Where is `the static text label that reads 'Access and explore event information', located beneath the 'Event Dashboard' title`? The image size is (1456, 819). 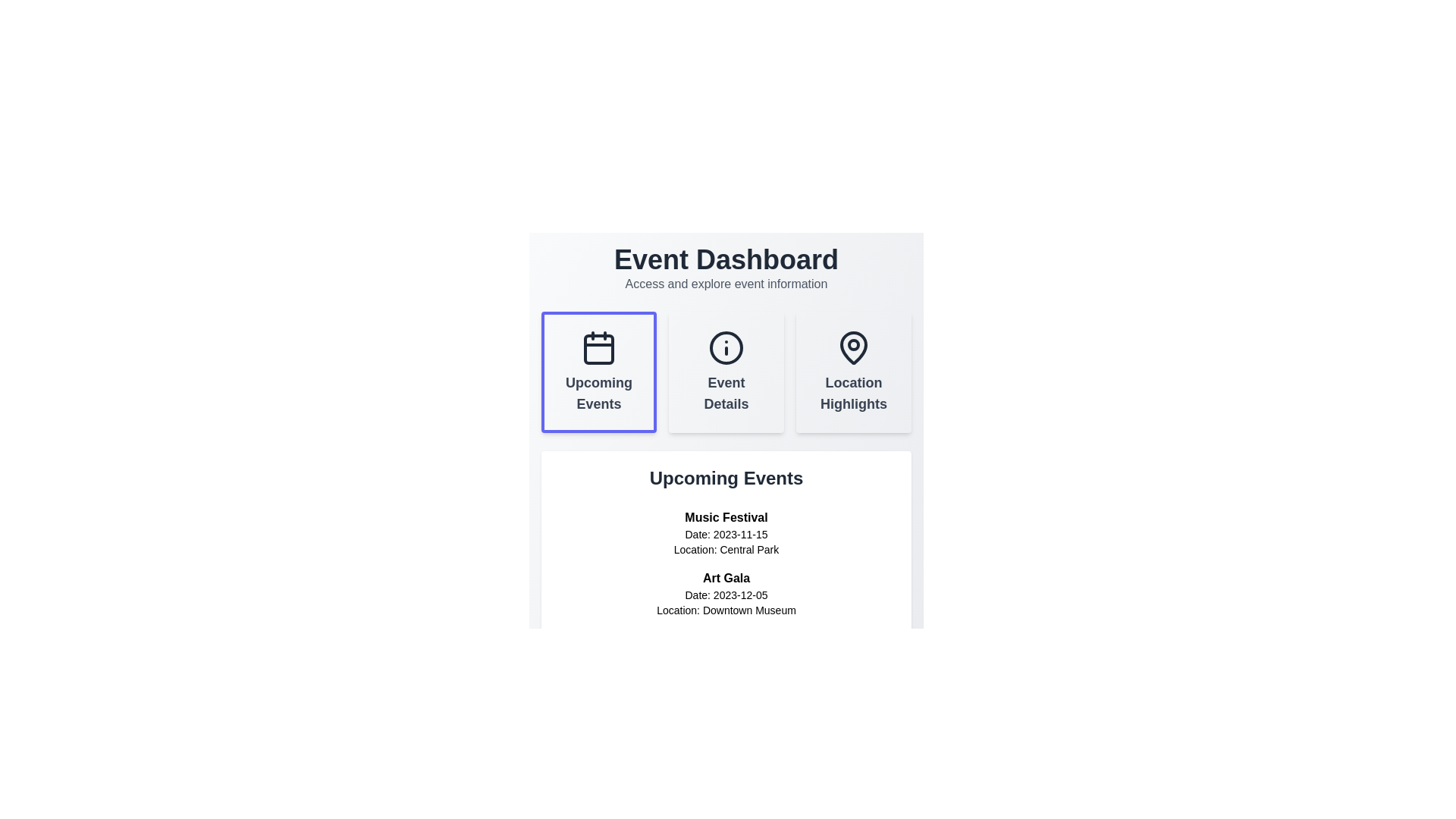
the static text label that reads 'Access and explore event information', located beneath the 'Event Dashboard' title is located at coordinates (726, 284).